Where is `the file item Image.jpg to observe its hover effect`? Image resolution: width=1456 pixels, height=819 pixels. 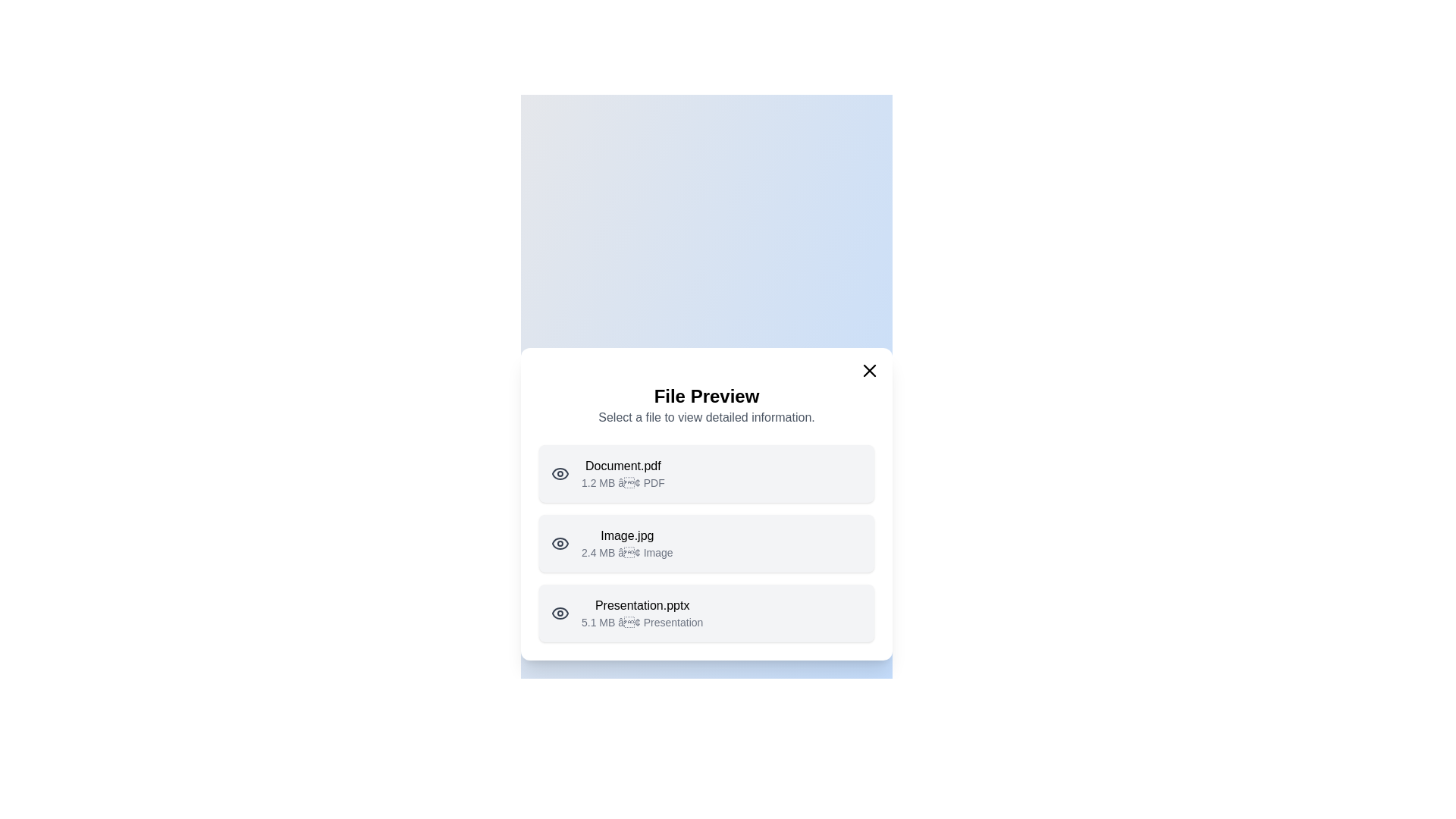
the file item Image.jpg to observe its hover effect is located at coordinates (705, 543).